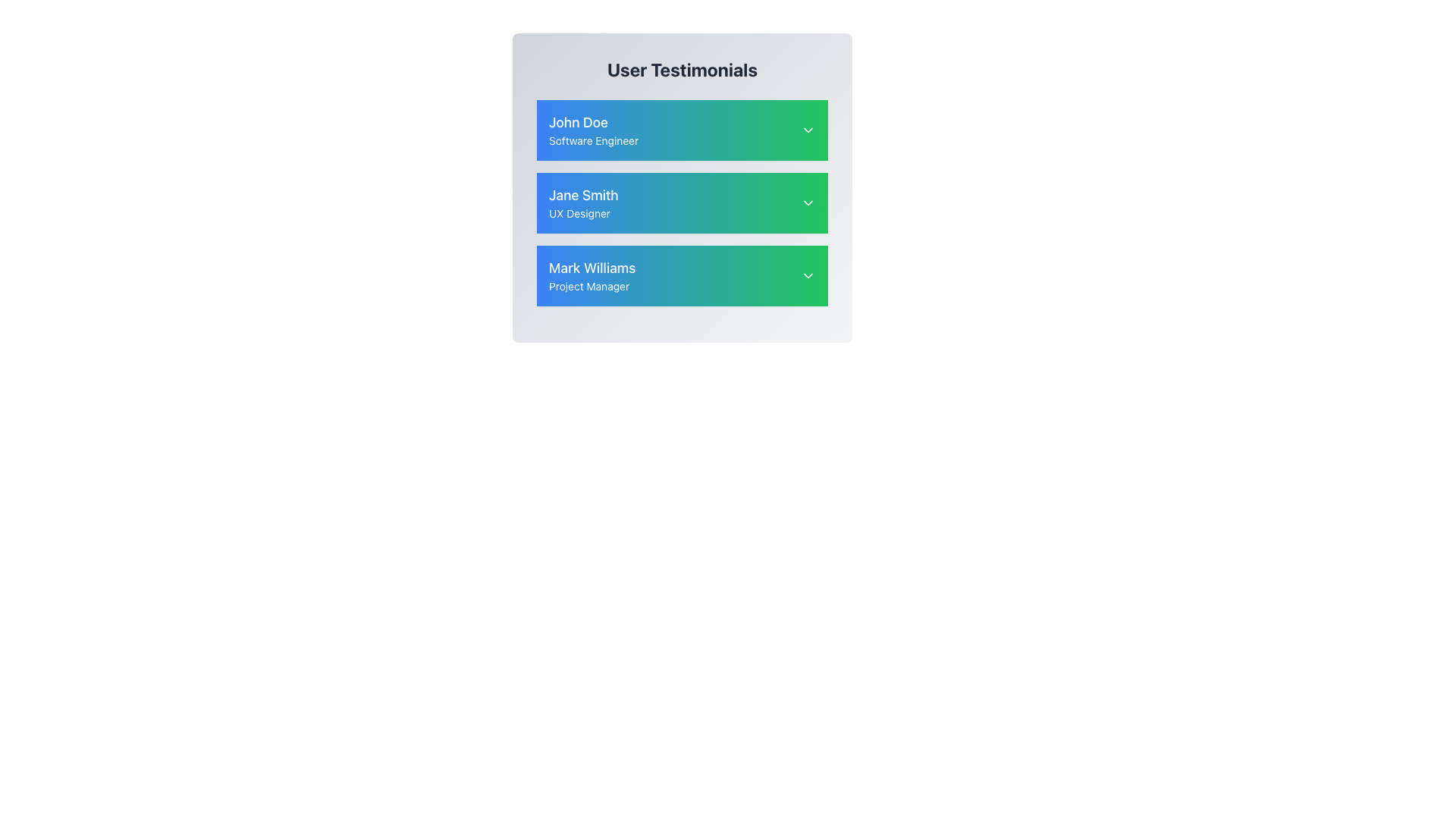 Image resolution: width=1456 pixels, height=819 pixels. What do you see at coordinates (807, 202) in the screenshot?
I see `the Dropdown Indicator Icon, which is a downward-facing chevron icon located in the Jane Smith section of user testimonials` at bounding box center [807, 202].